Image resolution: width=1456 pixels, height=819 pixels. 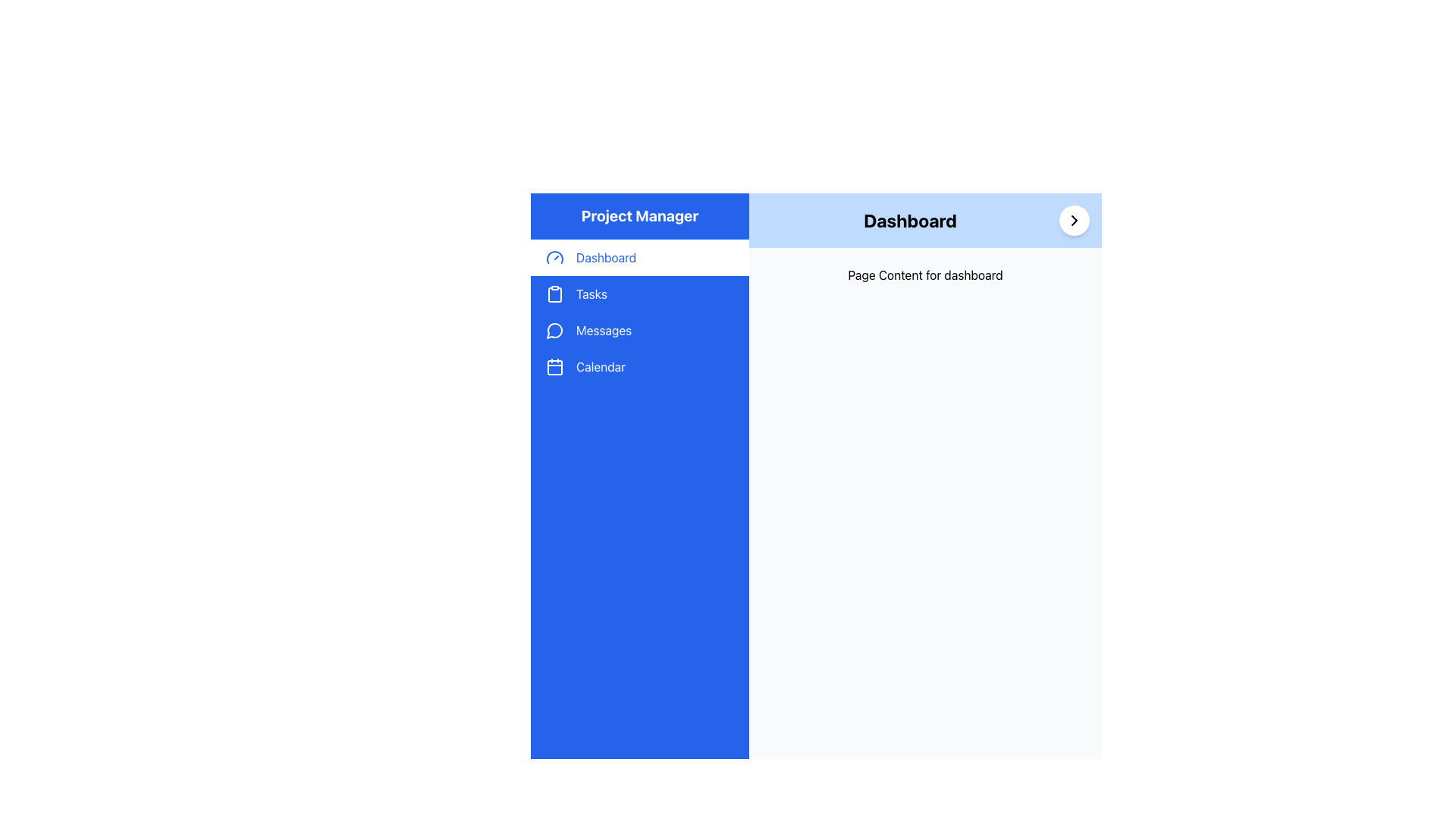 What do you see at coordinates (1073, 220) in the screenshot?
I see `the circular button with a white background and a black chevron icon` at bounding box center [1073, 220].